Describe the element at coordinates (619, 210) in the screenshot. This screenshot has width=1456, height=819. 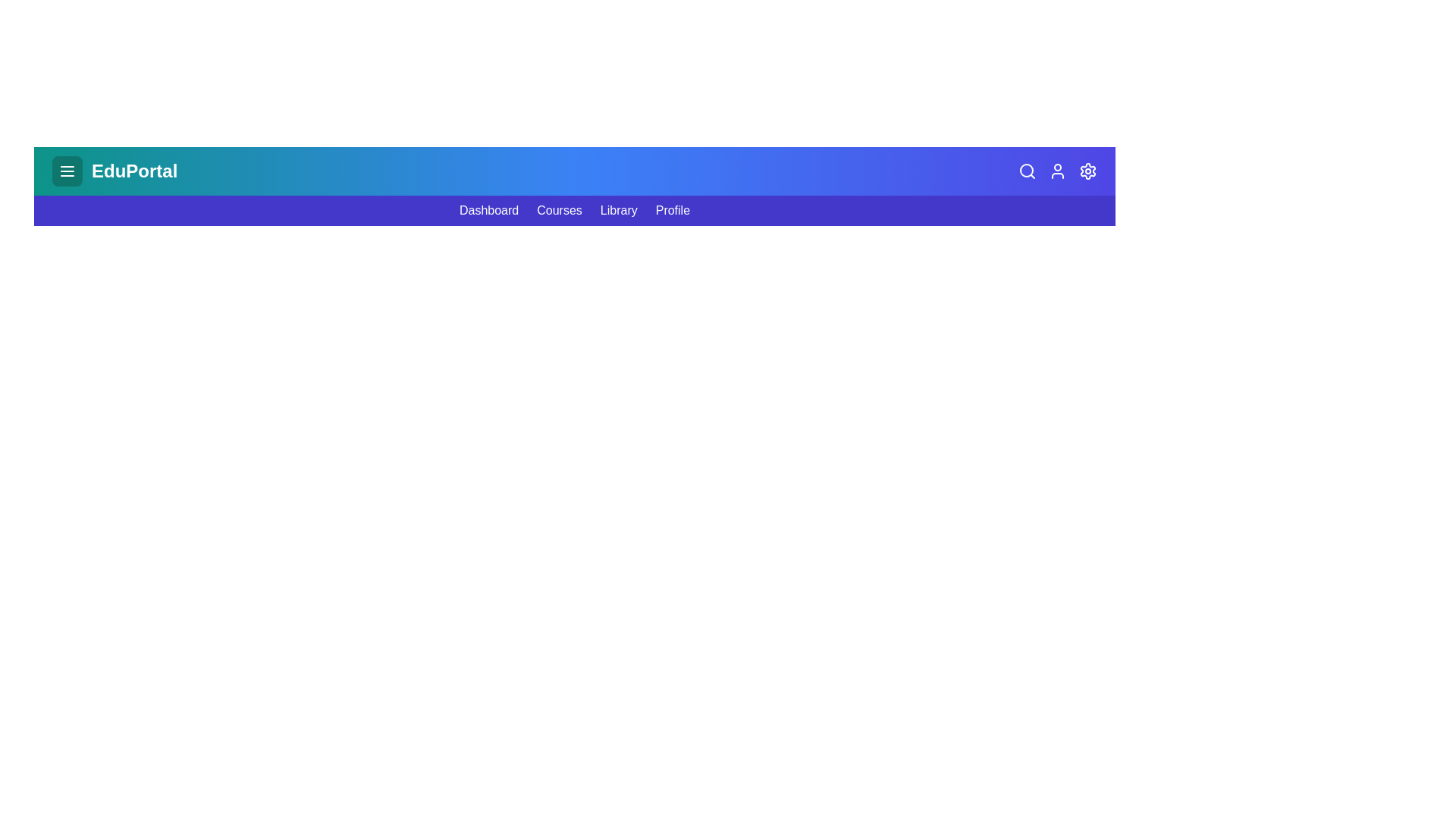
I see `the navigation link Library in the menu bar` at that location.